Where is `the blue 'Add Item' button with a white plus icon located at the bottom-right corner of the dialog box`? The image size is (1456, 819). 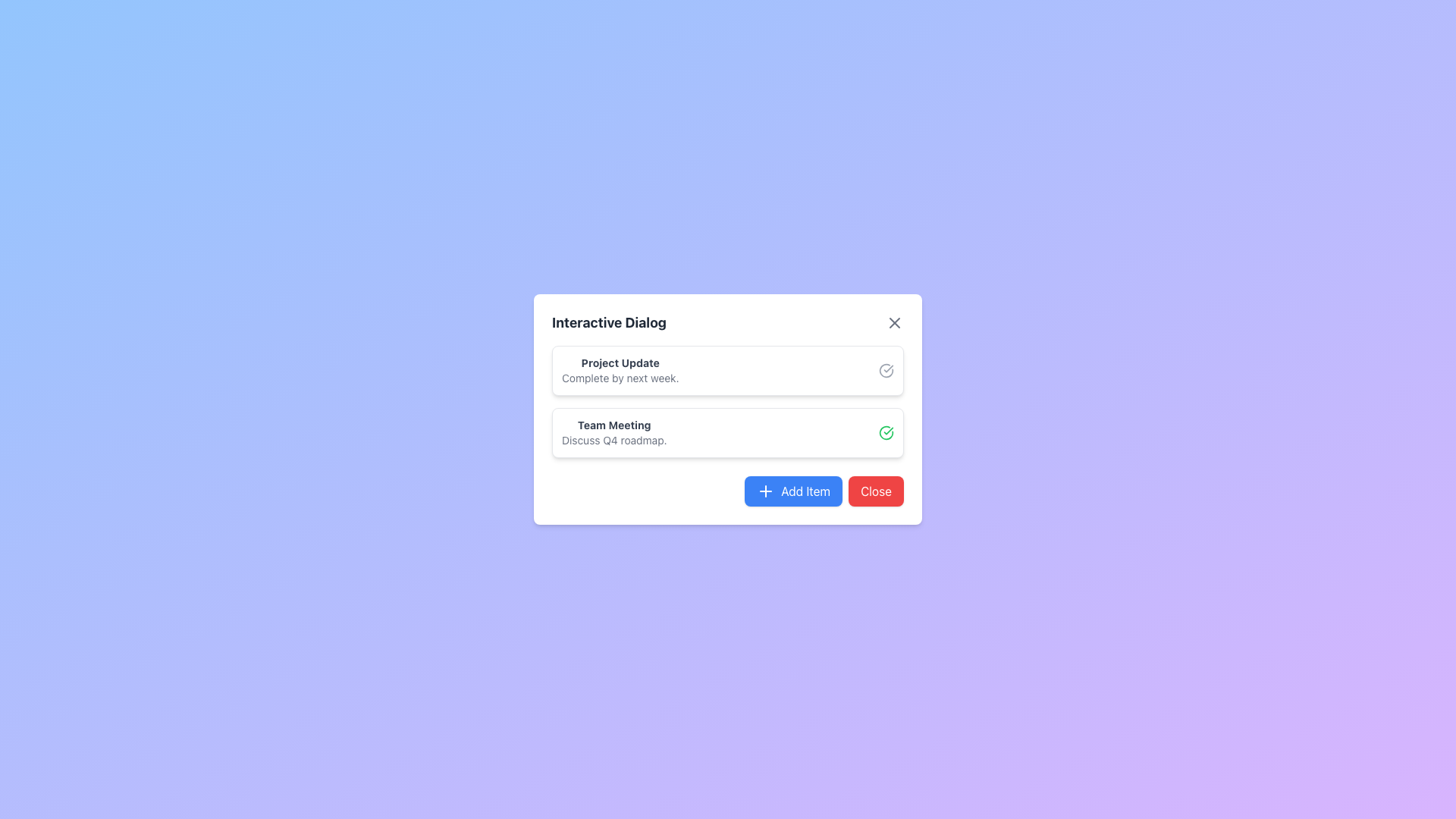 the blue 'Add Item' button with a white plus icon located at the bottom-right corner of the dialog box is located at coordinates (792, 491).